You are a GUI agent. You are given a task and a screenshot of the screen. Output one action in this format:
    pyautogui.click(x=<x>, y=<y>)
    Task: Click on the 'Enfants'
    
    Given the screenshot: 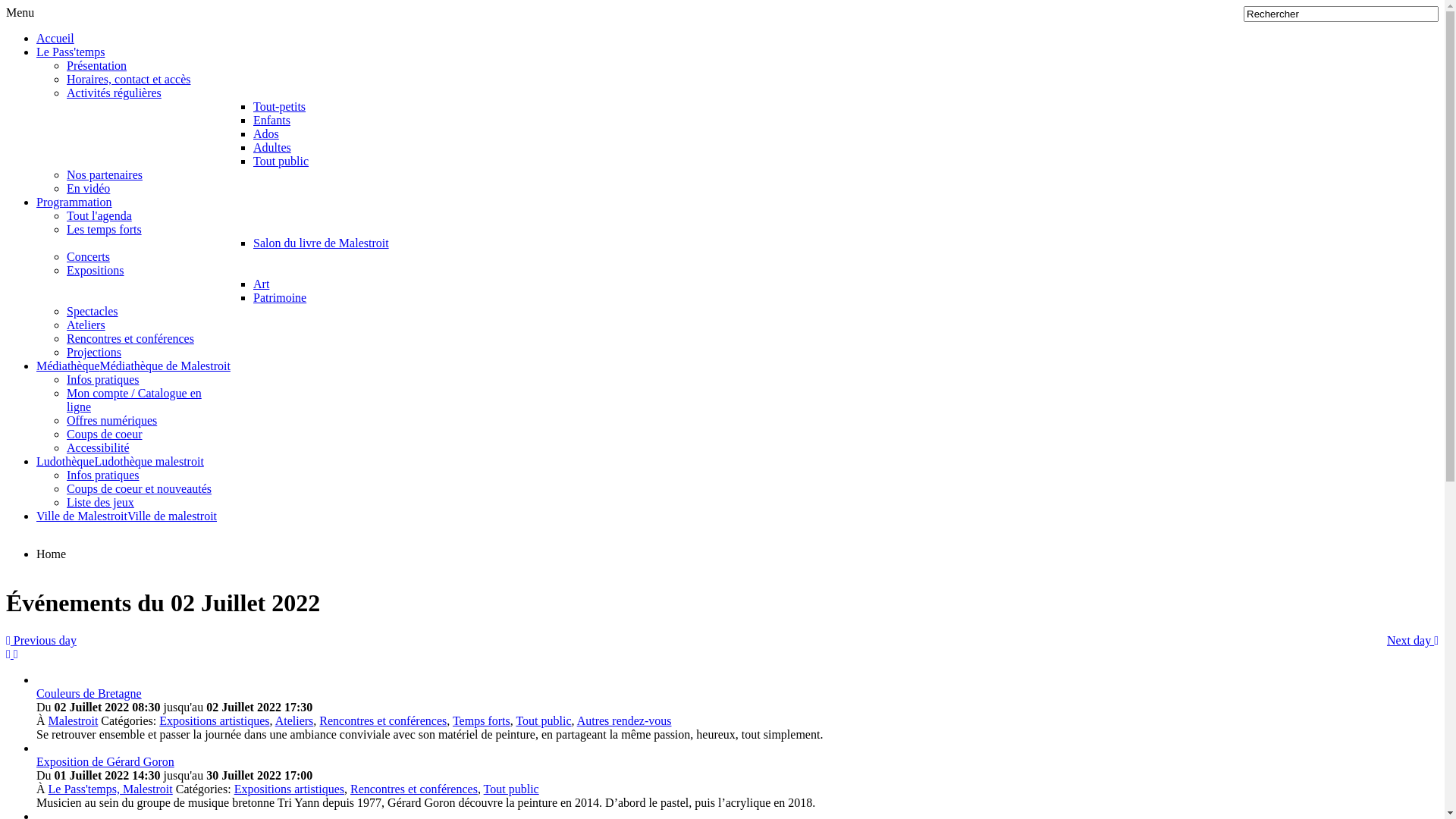 What is the action you would take?
    pyautogui.click(x=271, y=119)
    